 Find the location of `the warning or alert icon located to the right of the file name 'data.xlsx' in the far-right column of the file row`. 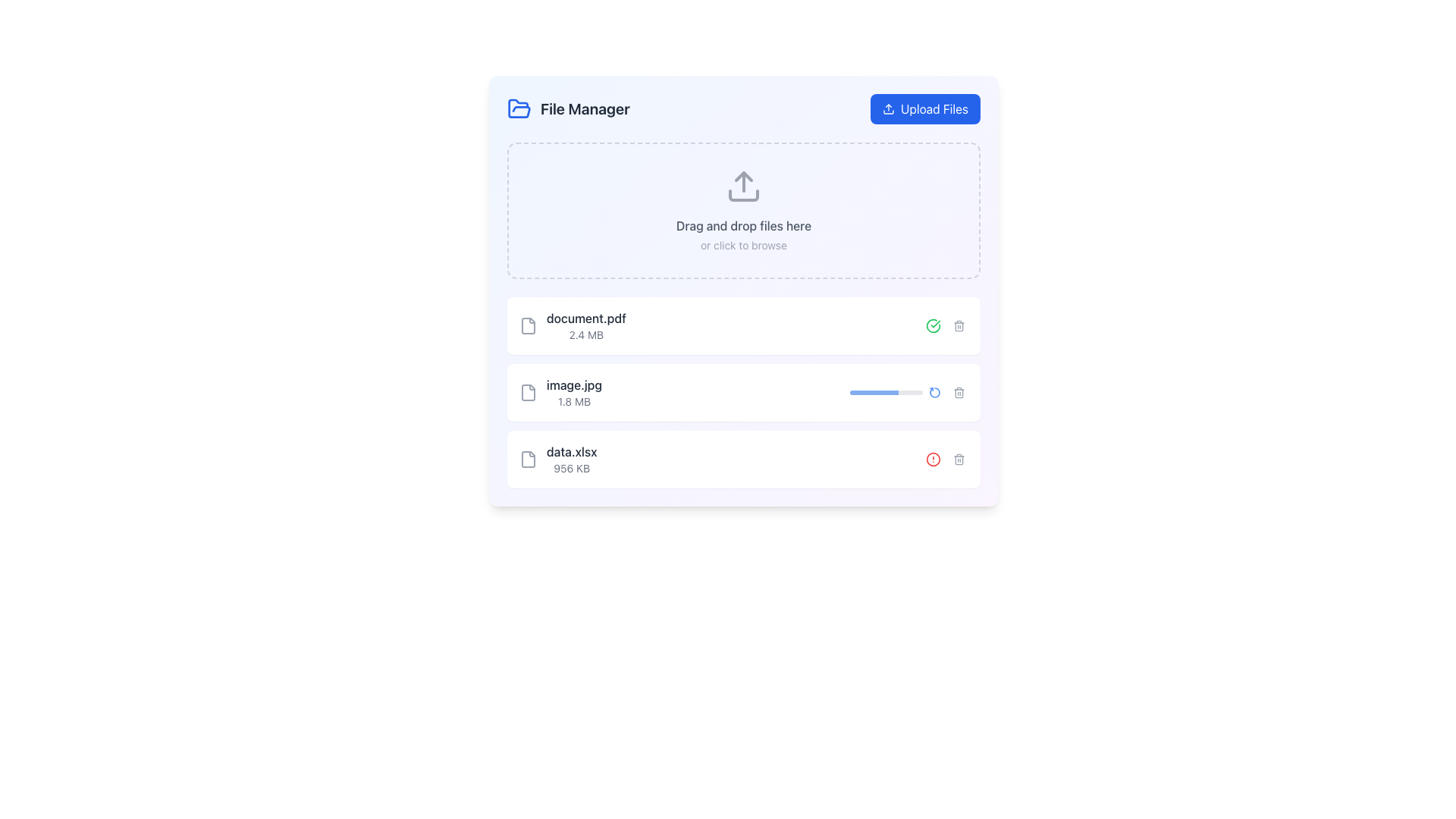

the warning or alert icon located to the right of the file name 'data.xlsx' in the far-right column of the file row is located at coordinates (932, 458).